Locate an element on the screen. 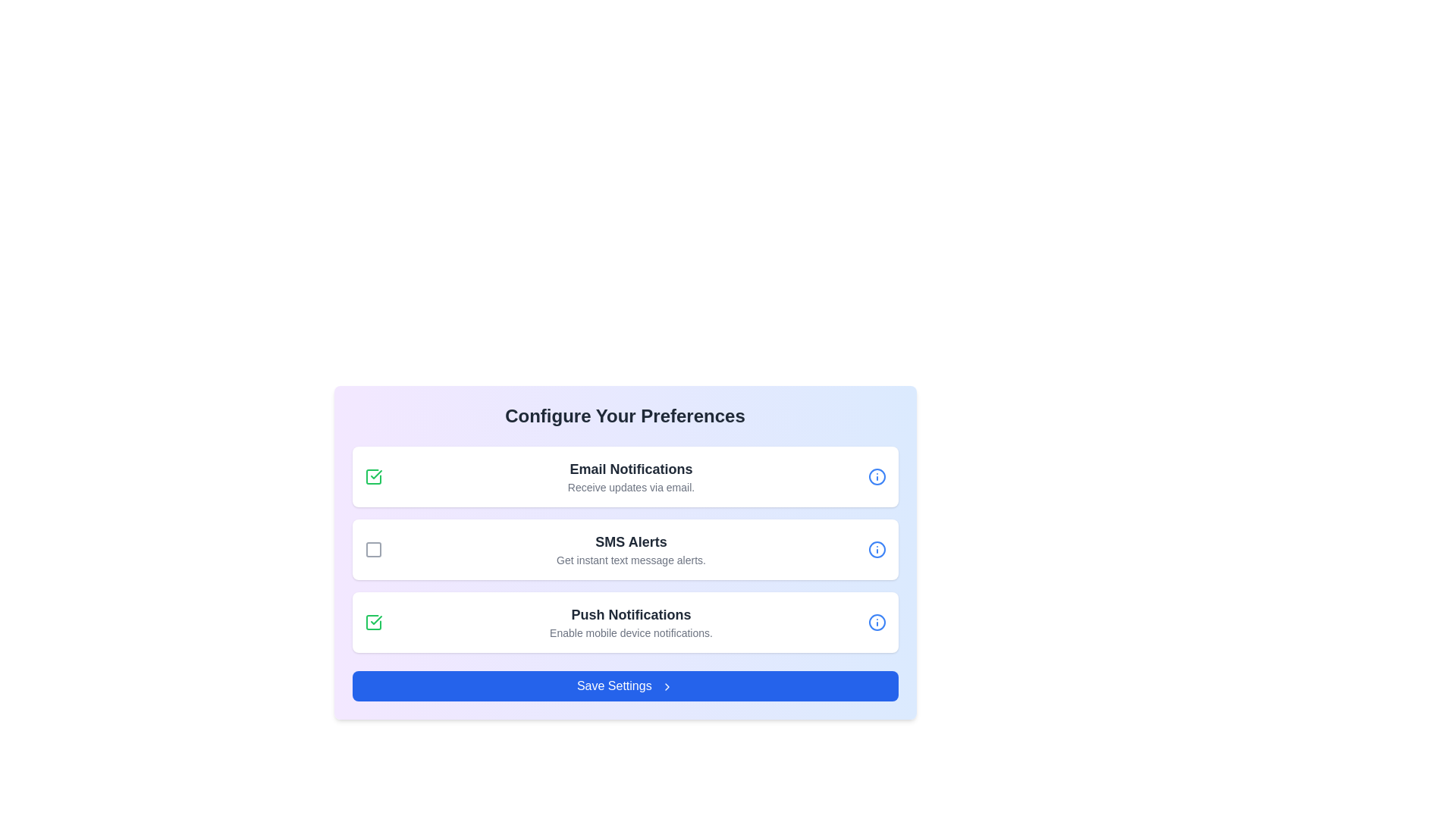  the checkbox for 'Push Notifications' is located at coordinates (373, 623).